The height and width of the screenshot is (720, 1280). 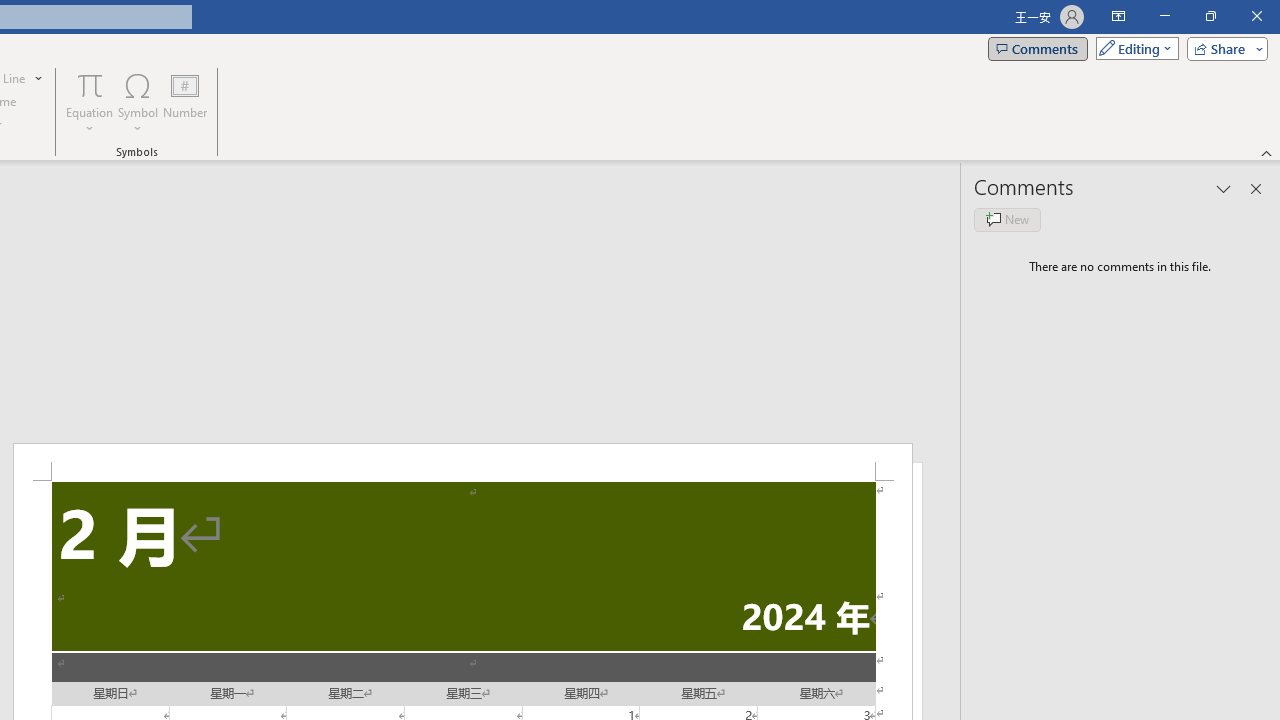 What do you see at coordinates (89, 121) in the screenshot?
I see `'More Options'` at bounding box center [89, 121].